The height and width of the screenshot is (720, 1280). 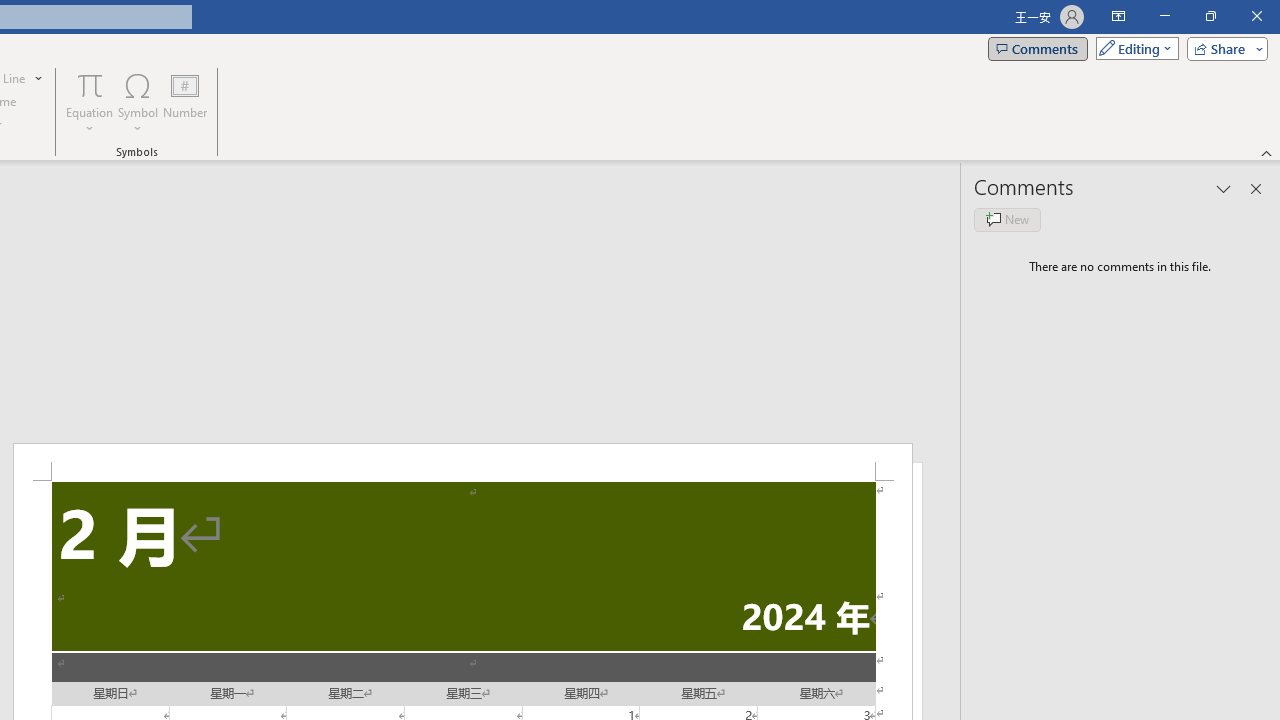 What do you see at coordinates (89, 121) in the screenshot?
I see `'More Options'` at bounding box center [89, 121].